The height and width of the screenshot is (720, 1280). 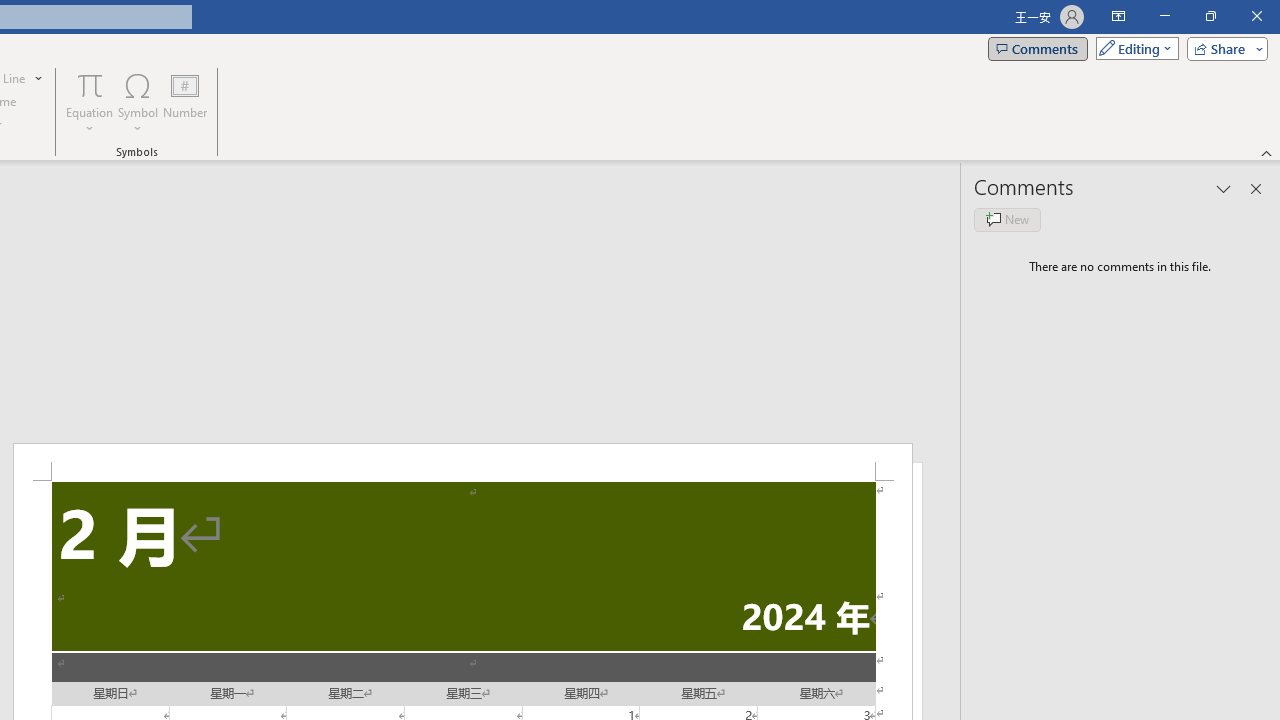 What do you see at coordinates (89, 121) in the screenshot?
I see `'More Options'` at bounding box center [89, 121].